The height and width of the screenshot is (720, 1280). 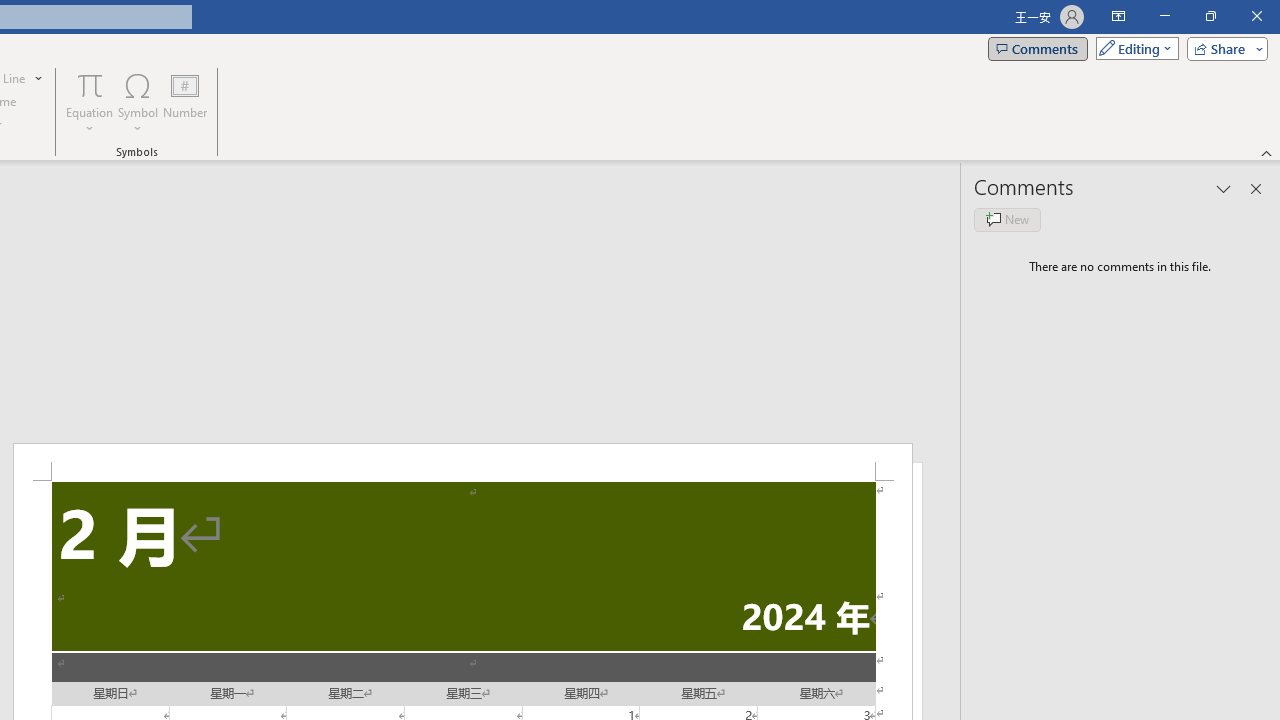 What do you see at coordinates (89, 121) in the screenshot?
I see `'More Options'` at bounding box center [89, 121].